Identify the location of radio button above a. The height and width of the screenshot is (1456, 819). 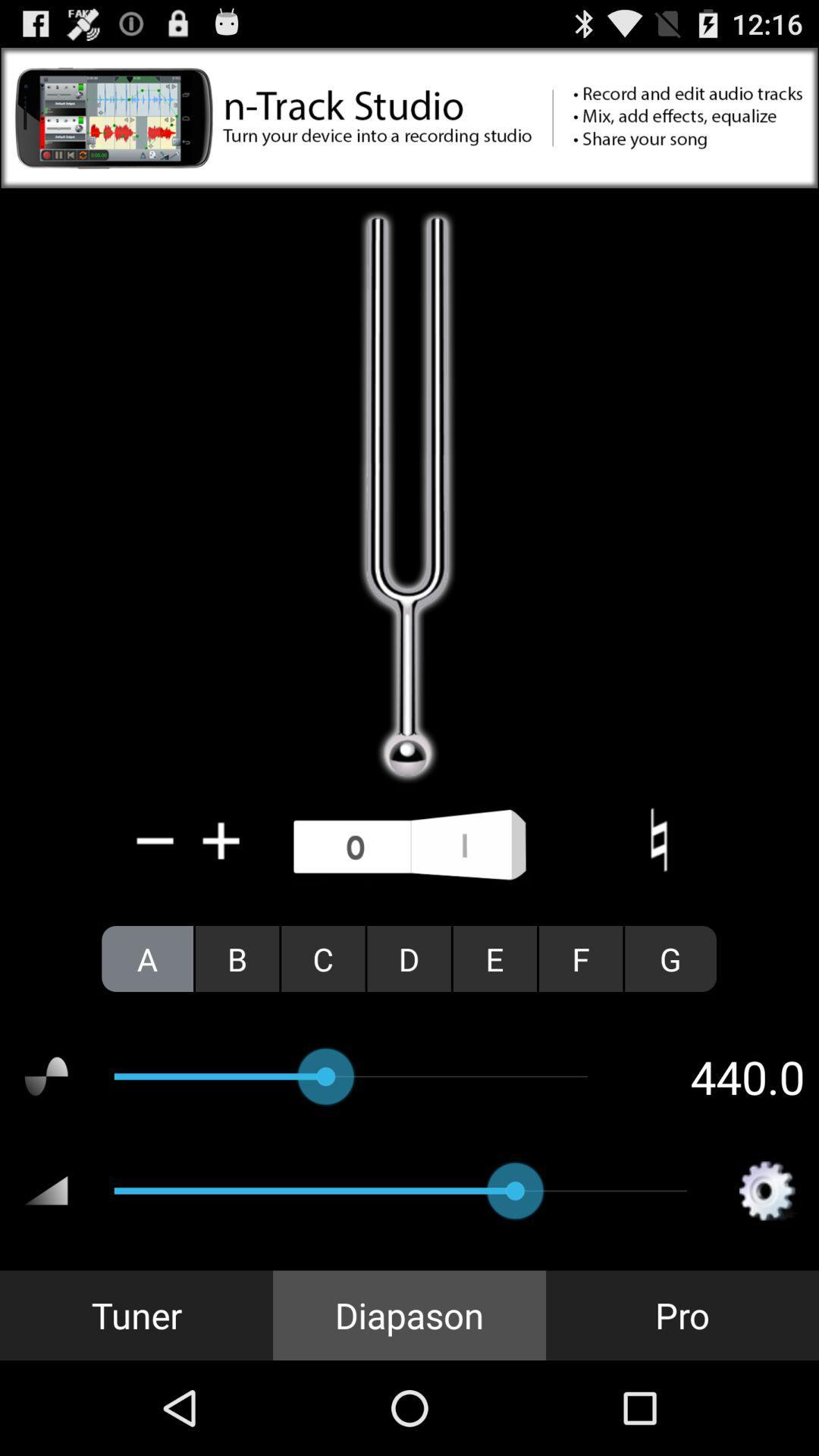
(155, 839).